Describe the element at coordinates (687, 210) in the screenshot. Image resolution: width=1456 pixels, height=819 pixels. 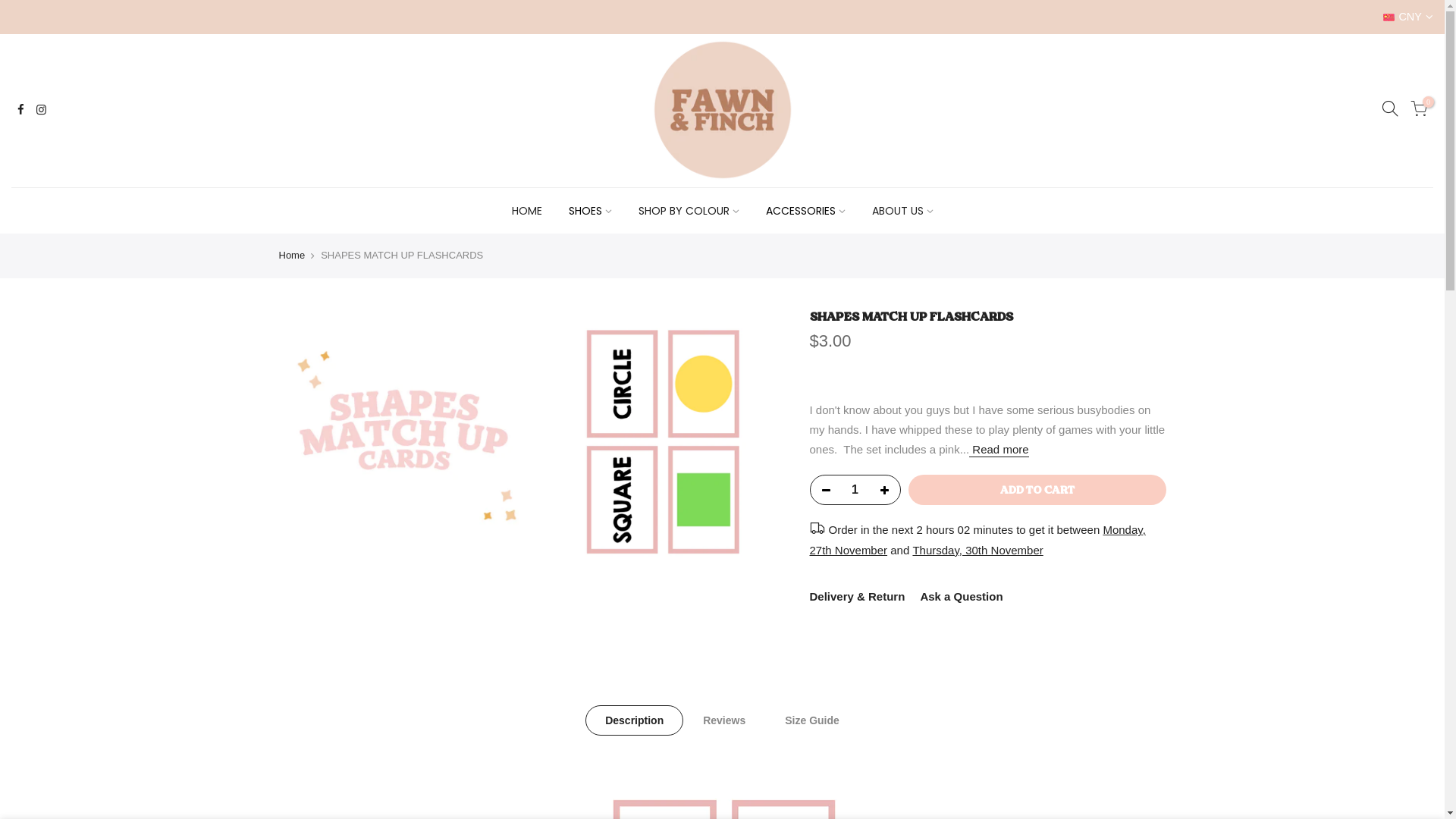
I see `'SHOP BY COLOUR'` at that location.